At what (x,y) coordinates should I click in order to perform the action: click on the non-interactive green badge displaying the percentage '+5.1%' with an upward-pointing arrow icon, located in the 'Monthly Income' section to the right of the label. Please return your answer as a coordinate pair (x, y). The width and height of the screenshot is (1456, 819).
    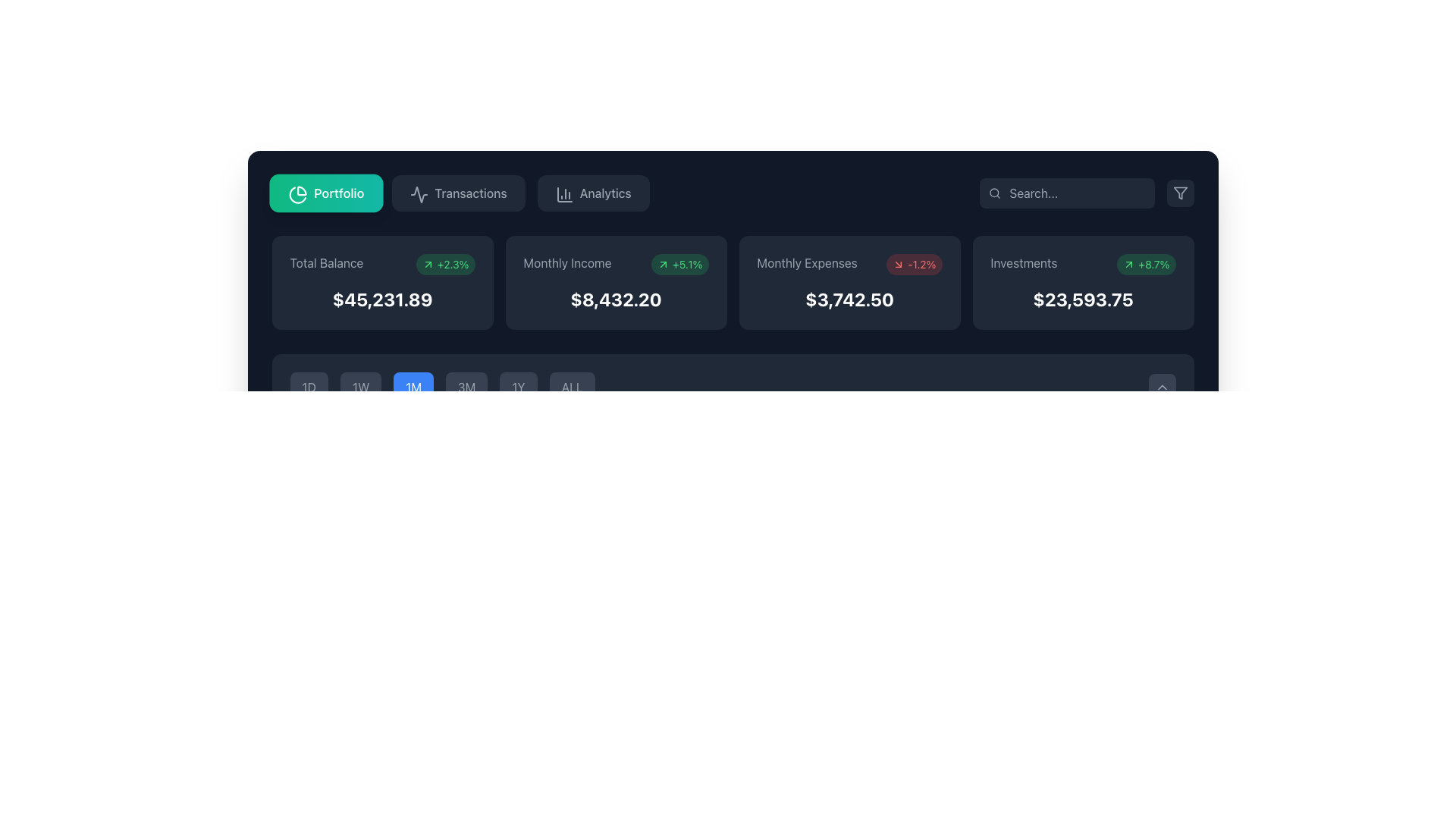
    Looking at the image, I should click on (679, 263).